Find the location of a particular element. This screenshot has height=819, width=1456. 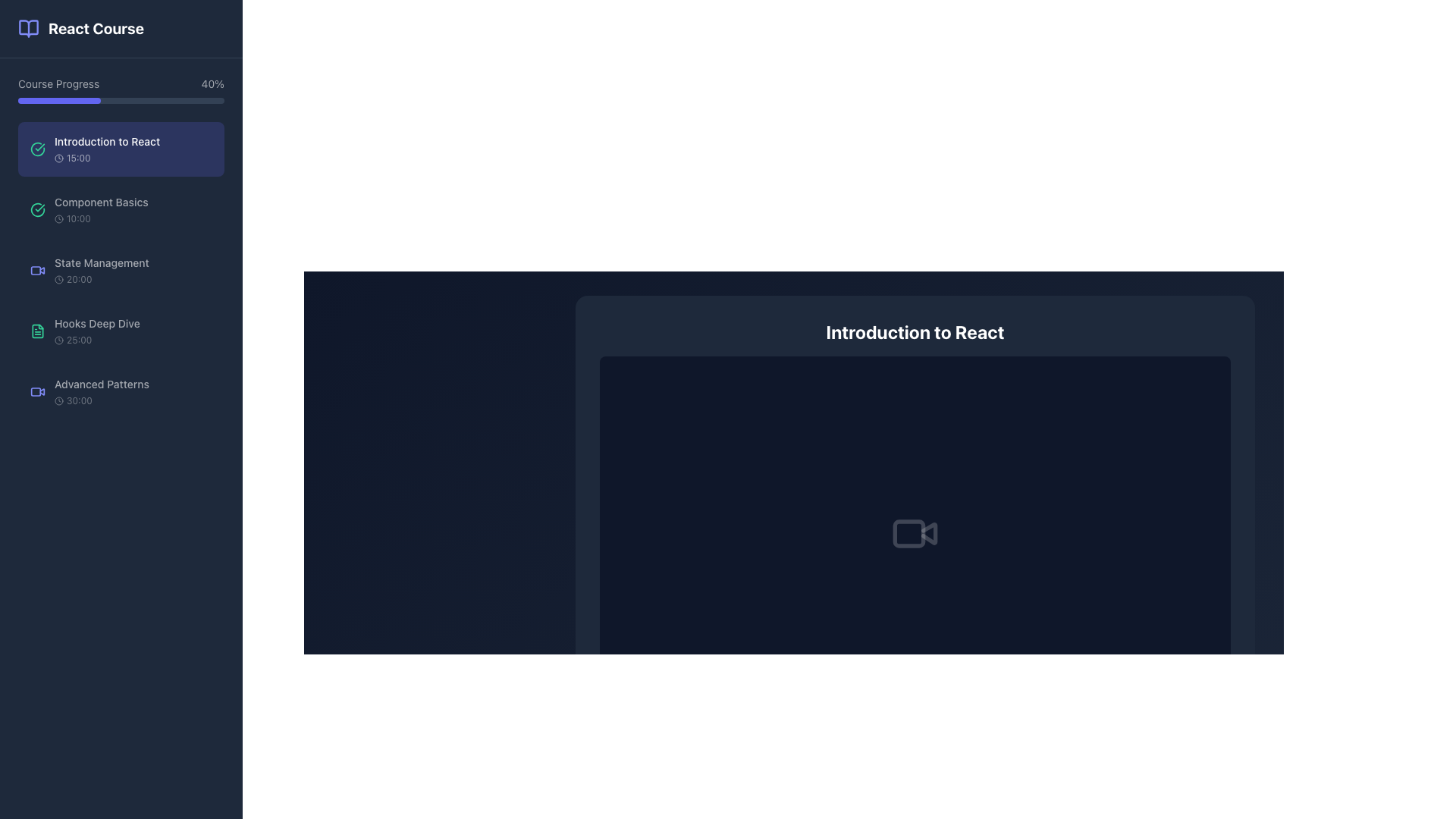

the emerald green file-like icon that resembles a standard document, located to the left of the 'Hooks Deep Dive' text in the course elements list is located at coordinates (37, 330).